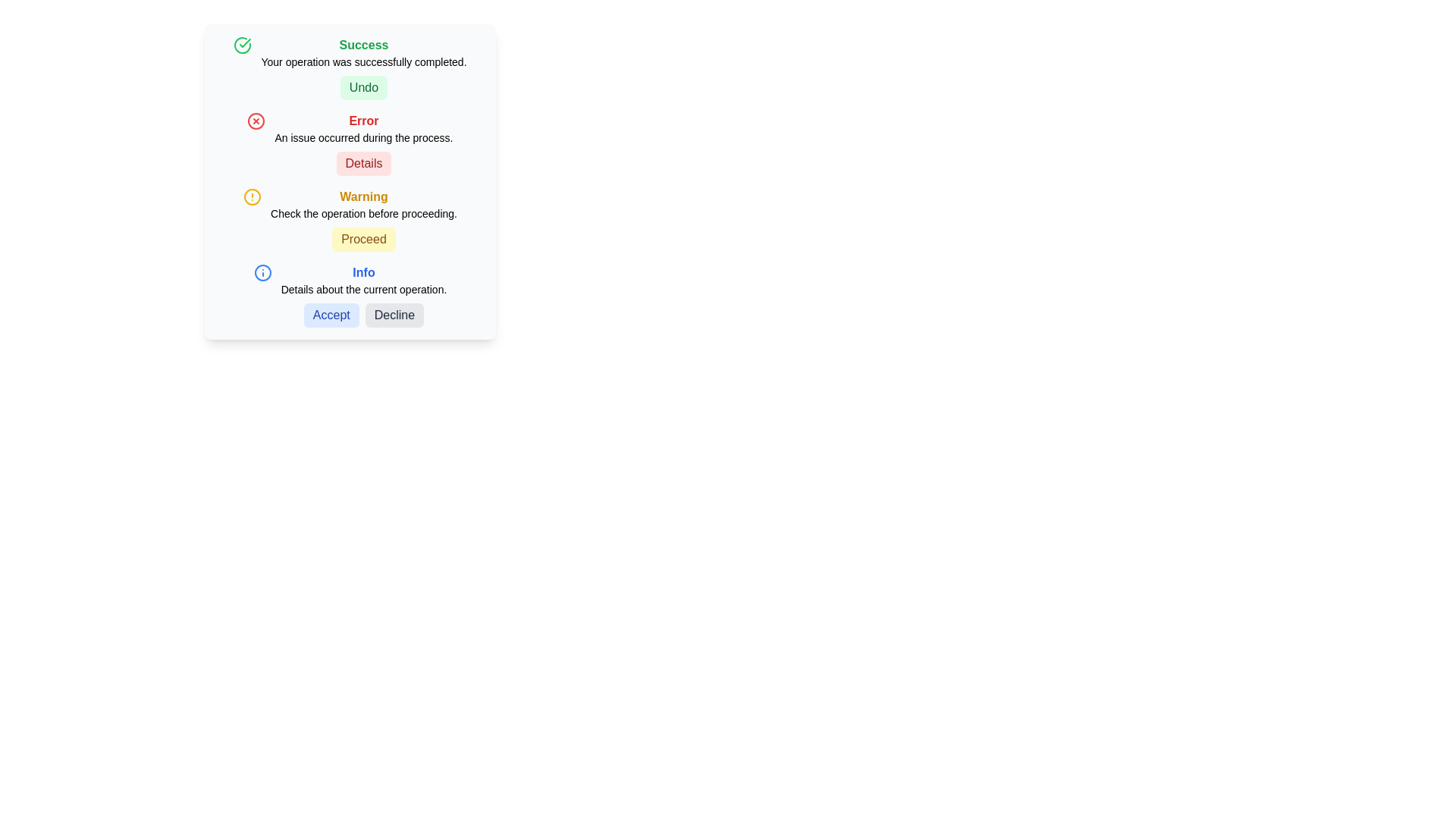 The width and height of the screenshot is (1456, 819). I want to click on the informational icon located to the left of the 'Info' label at the bottom of the message list, so click(262, 271).